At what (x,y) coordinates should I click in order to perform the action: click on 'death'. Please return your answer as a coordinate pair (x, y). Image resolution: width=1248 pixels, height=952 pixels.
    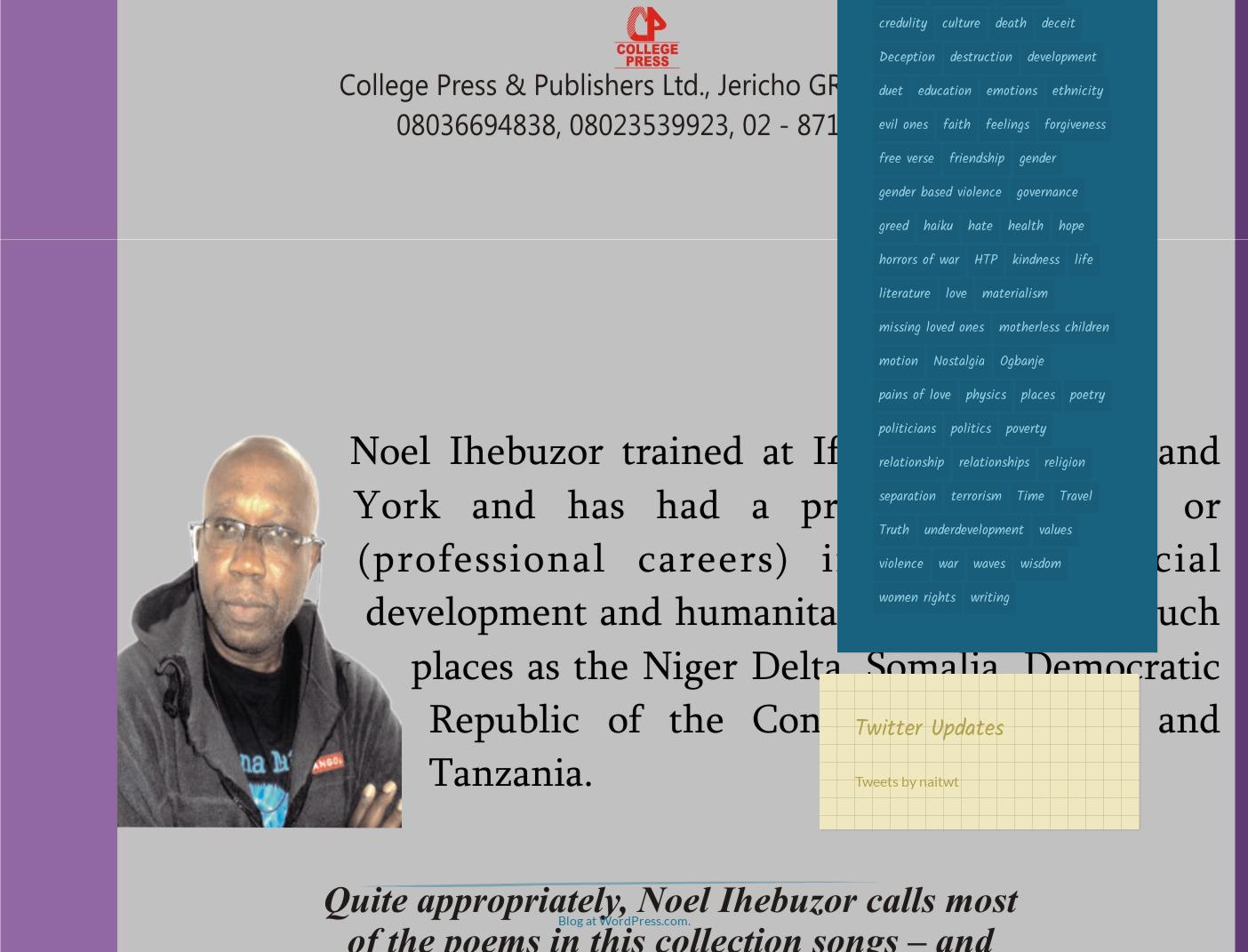
    Looking at the image, I should click on (994, 22).